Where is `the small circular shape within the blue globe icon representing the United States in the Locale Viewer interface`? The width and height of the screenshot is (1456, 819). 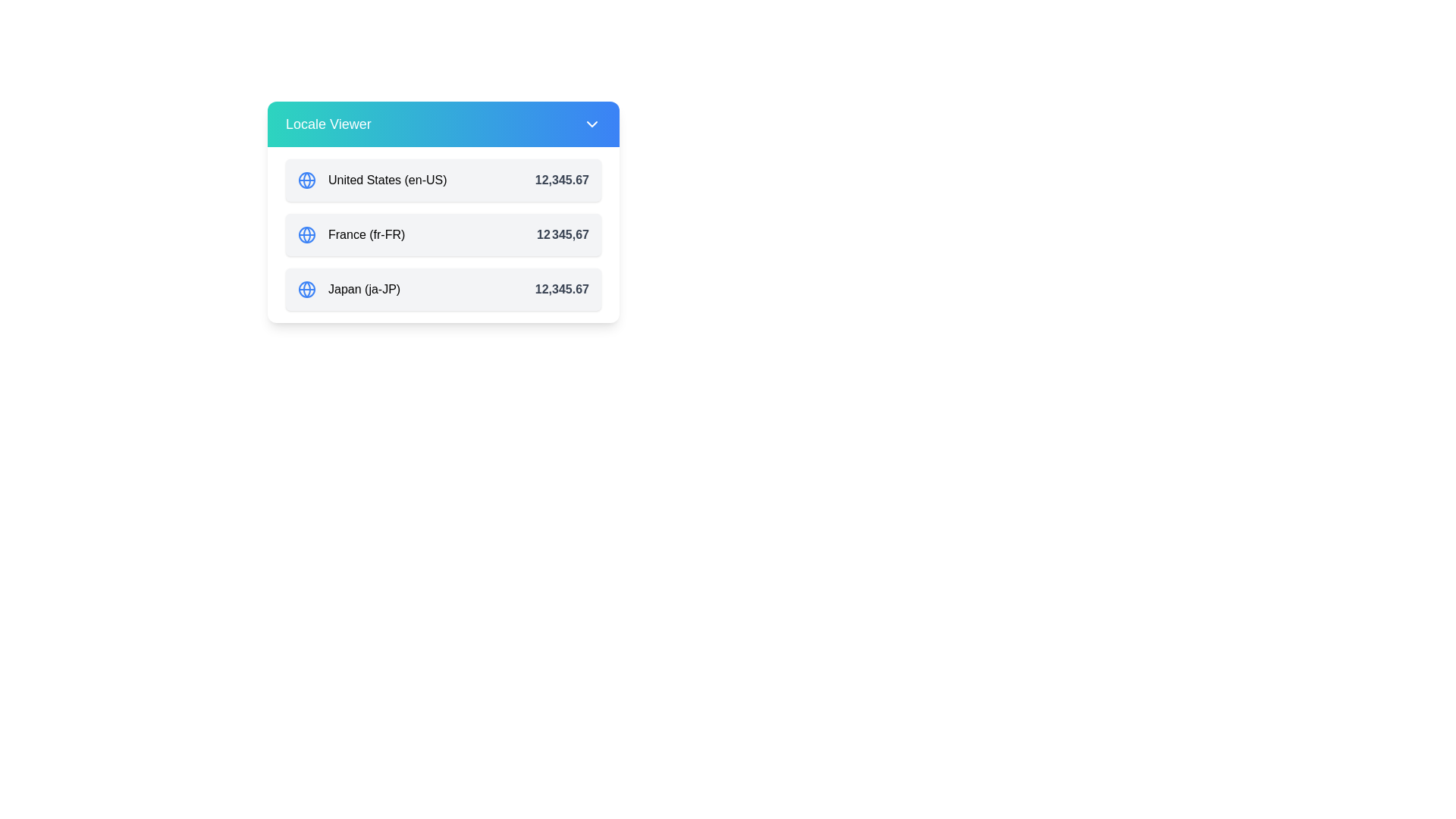 the small circular shape within the blue globe icon representing the United States in the Locale Viewer interface is located at coordinates (306, 180).